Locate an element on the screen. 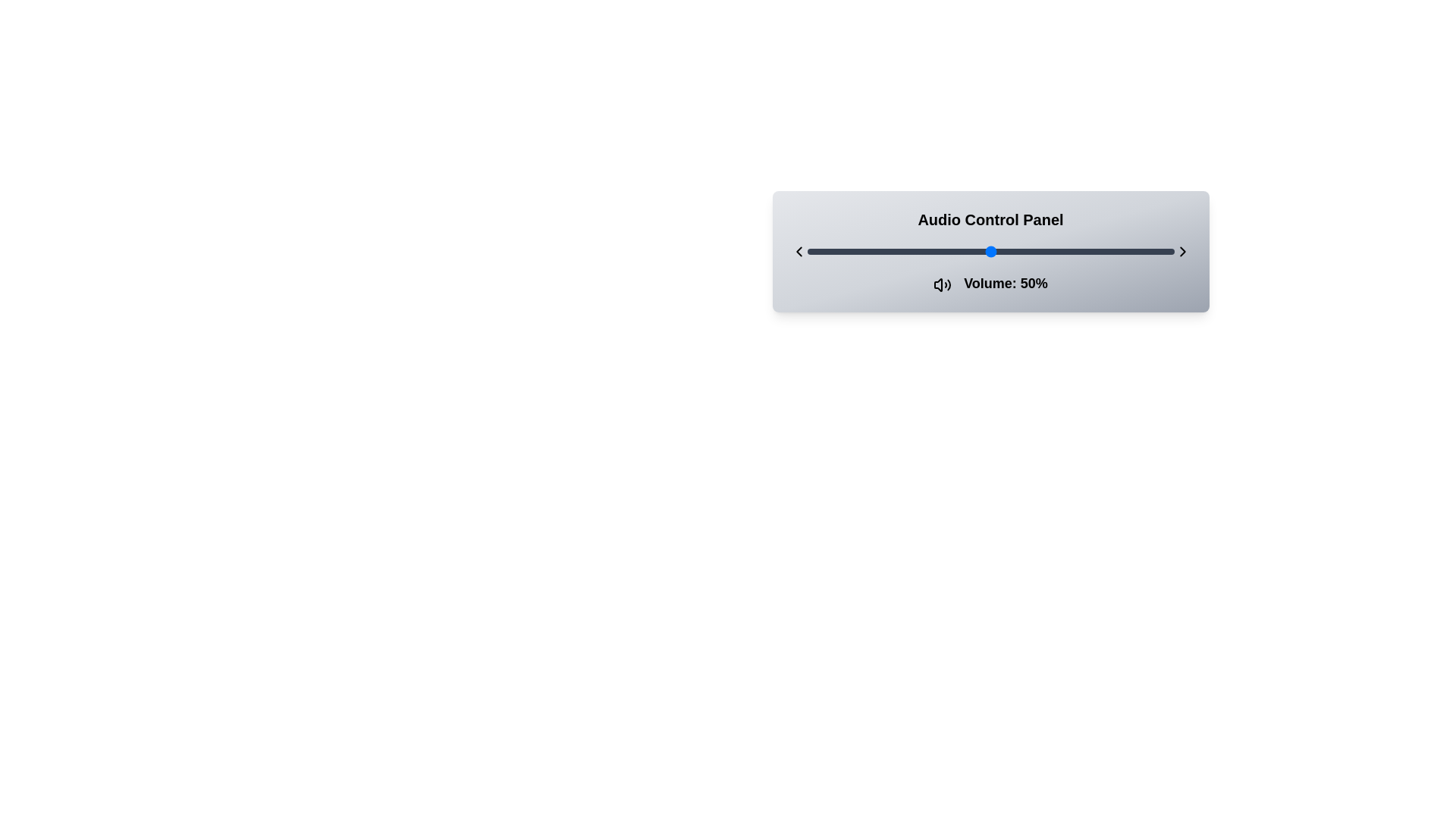  the slider is located at coordinates (964, 250).